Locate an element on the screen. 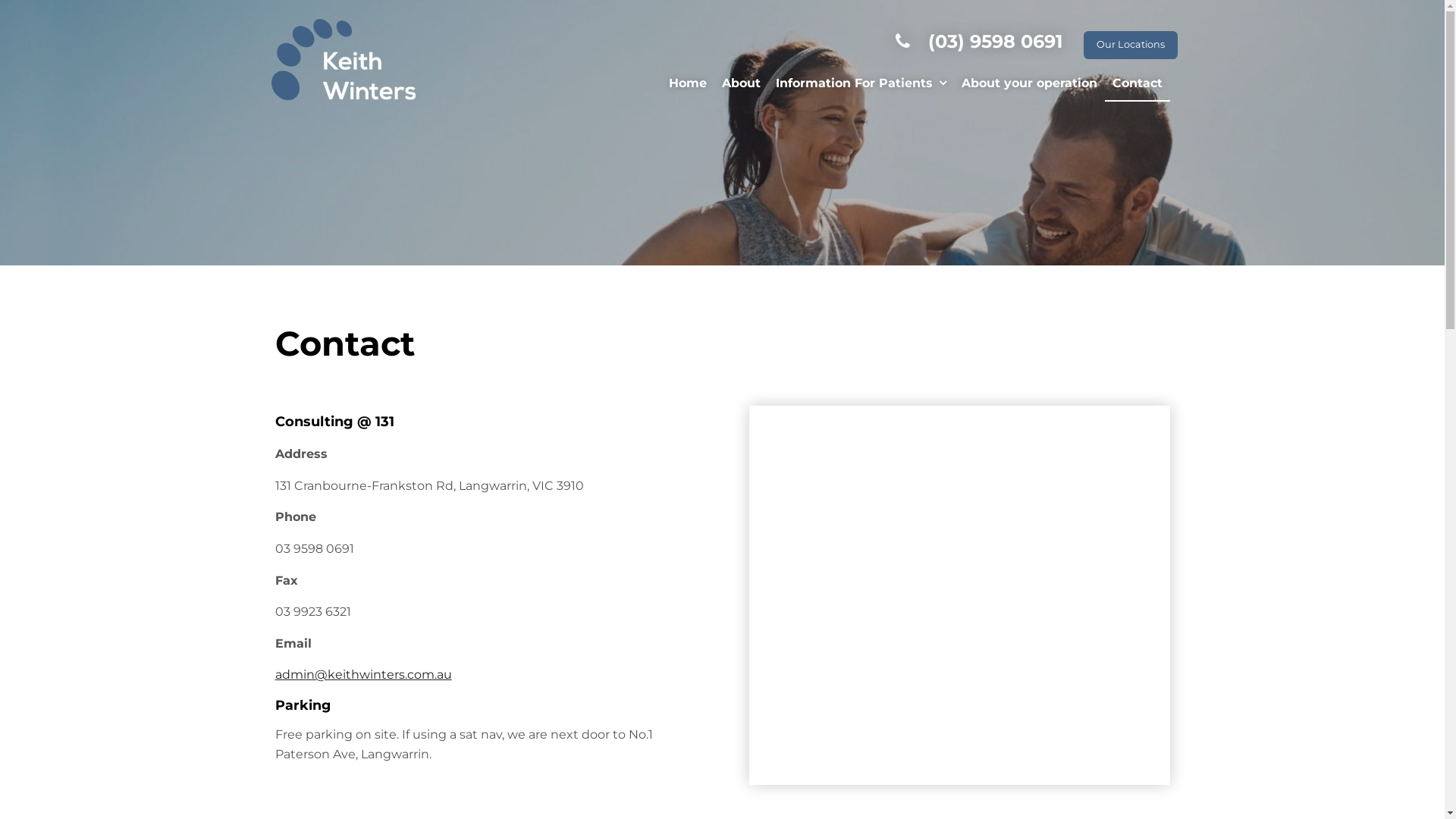  'Home' is located at coordinates (687, 84).